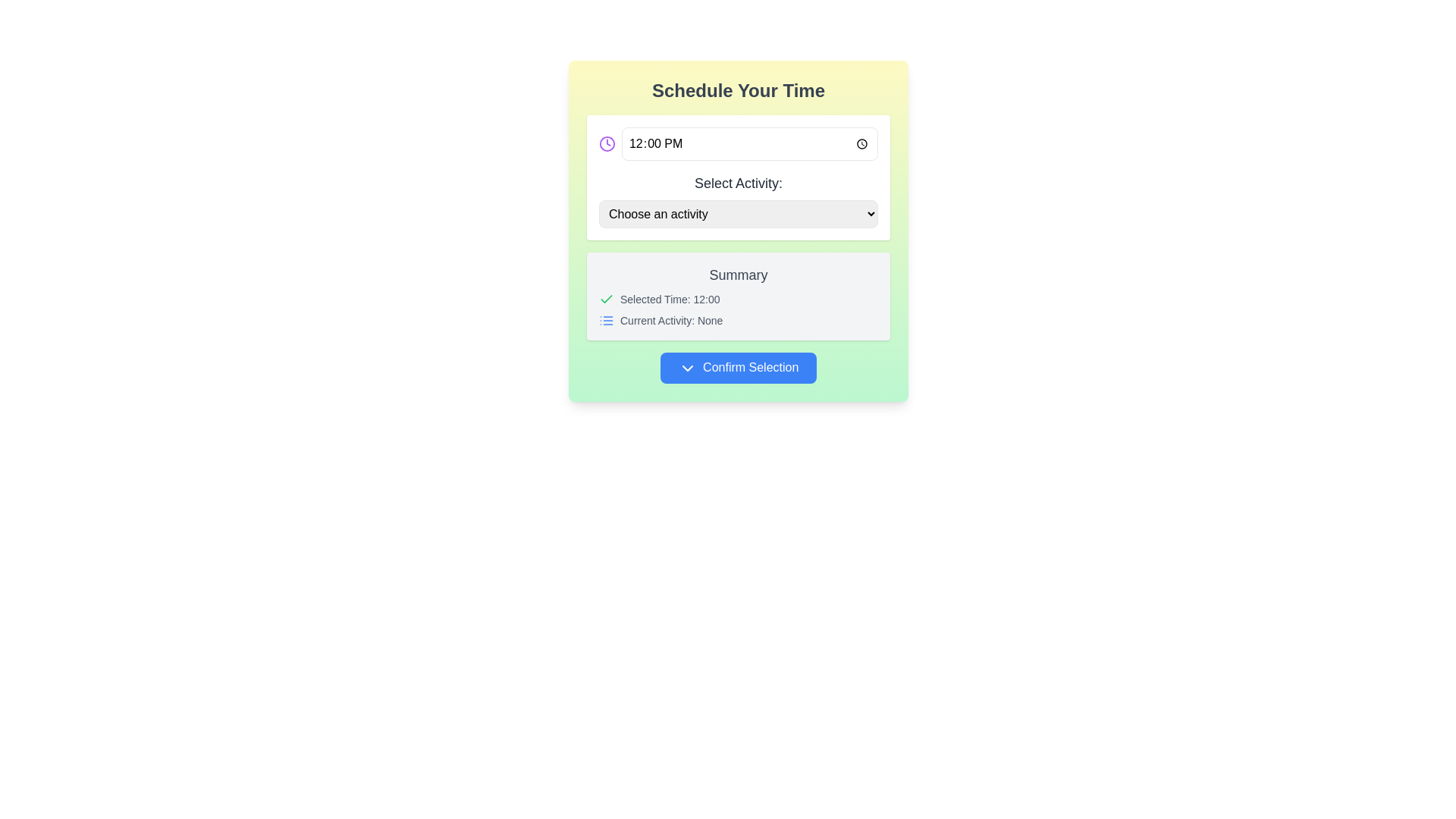 This screenshot has width=1456, height=819. What do you see at coordinates (607, 299) in the screenshot?
I see `the checkmark icon that visually indicates confirmation of the selected time, located in the summary section before the text label 'Selected Time: 12:00'` at bounding box center [607, 299].